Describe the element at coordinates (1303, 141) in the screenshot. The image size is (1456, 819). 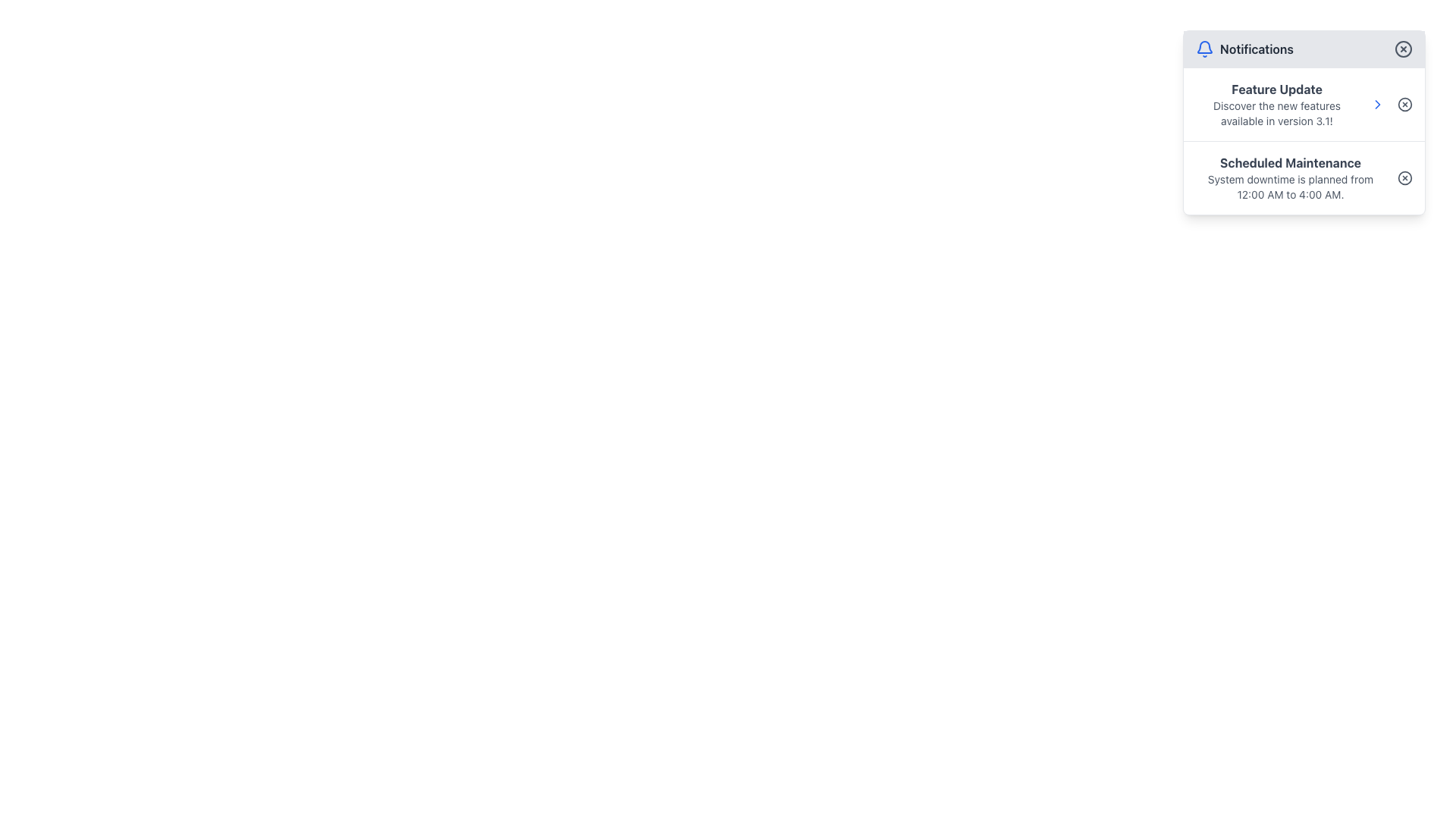
I see `the interactive icons within the notification summary panel located at the top-right of the interface, which includes sections for 'Feature Update' and 'Scheduled Maintenance'` at that location.